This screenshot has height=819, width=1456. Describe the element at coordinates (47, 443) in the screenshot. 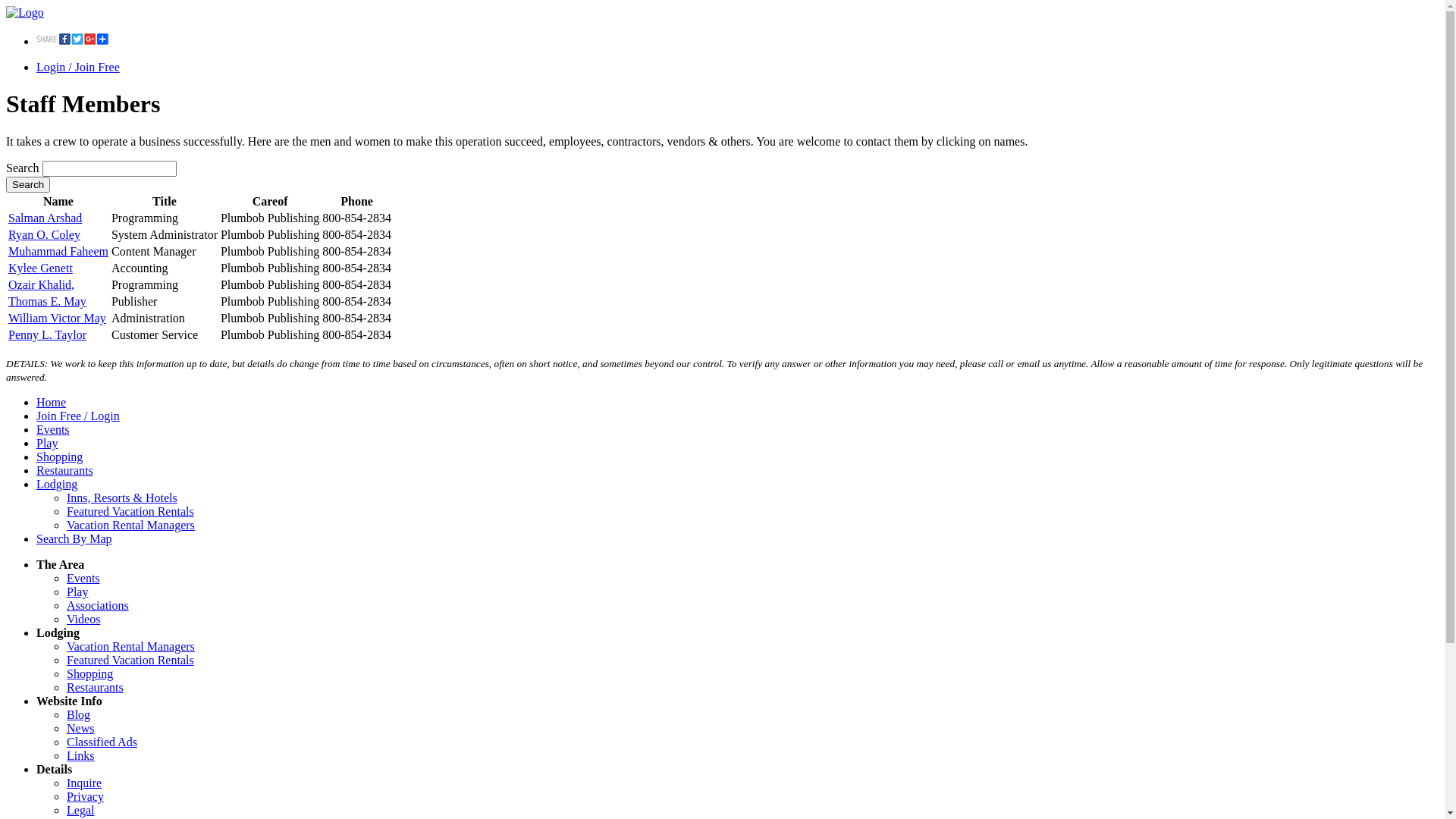

I see `'Play'` at that location.